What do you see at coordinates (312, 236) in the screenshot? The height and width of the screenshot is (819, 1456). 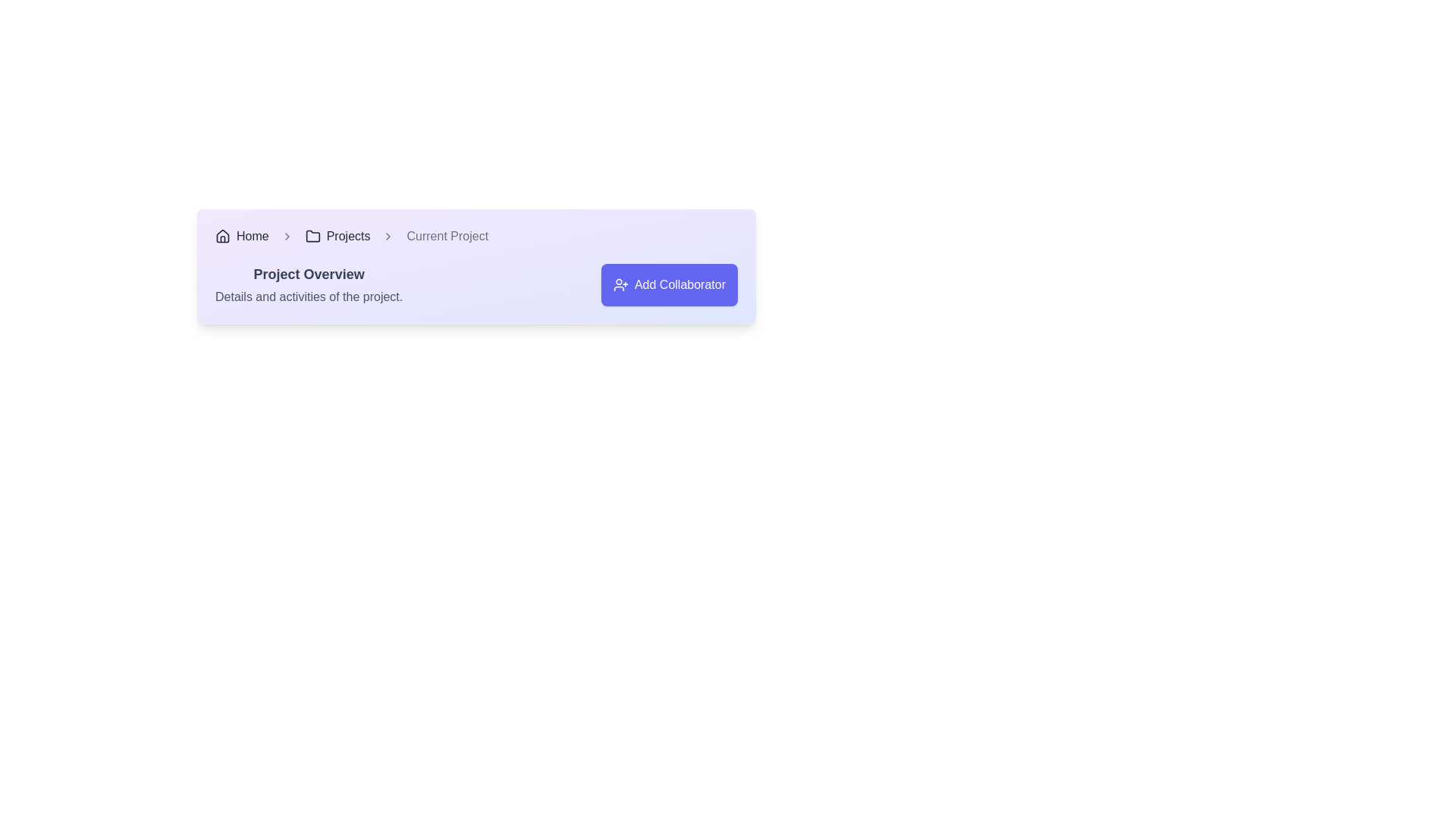 I see `the 'Projects' icon in the breadcrumb navigation bar, which is the second item between the house icon and the text 'Projects'` at bounding box center [312, 236].